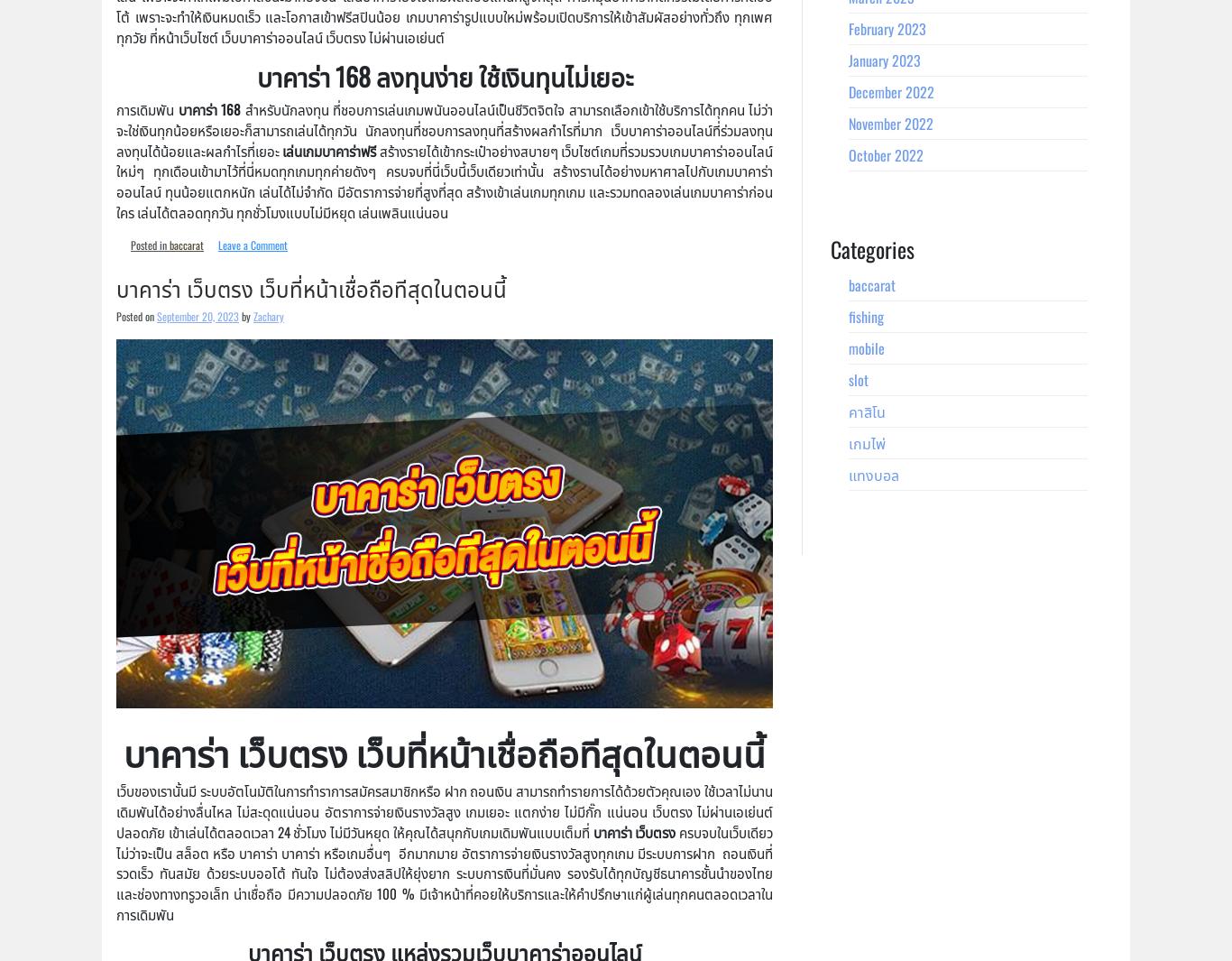  Describe the element at coordinates (444, 810) in the screenshot. I see `'เว็บของเรานั้นมี ระบบอัตโนมัติในการทำราการสมัครสมาชิกหรือ ฝาก ถอนเงิน สามารถทำรายการได้ด้วยตัวคุณเอง ใช้เวลาไม่นาน เดิมพันได้อย่างลื่นไหล ไม่สะดุดแน่นอน อัตราการจ่ายเงินรางวัลสูง เกมเยอะ แตกง่าย ไม่มีกั๊ก แน่นอน เว็บตรง ไม่ผ่านเอเย่นต์ ปลอดภัย เข้าเล่นได้ตลอดเวลา 24 ชั่วโมง ไม่มีวันหยุด ให้คุณได้สนุกกับเกมเดิมพันแบบเต็มที่'` at that location.